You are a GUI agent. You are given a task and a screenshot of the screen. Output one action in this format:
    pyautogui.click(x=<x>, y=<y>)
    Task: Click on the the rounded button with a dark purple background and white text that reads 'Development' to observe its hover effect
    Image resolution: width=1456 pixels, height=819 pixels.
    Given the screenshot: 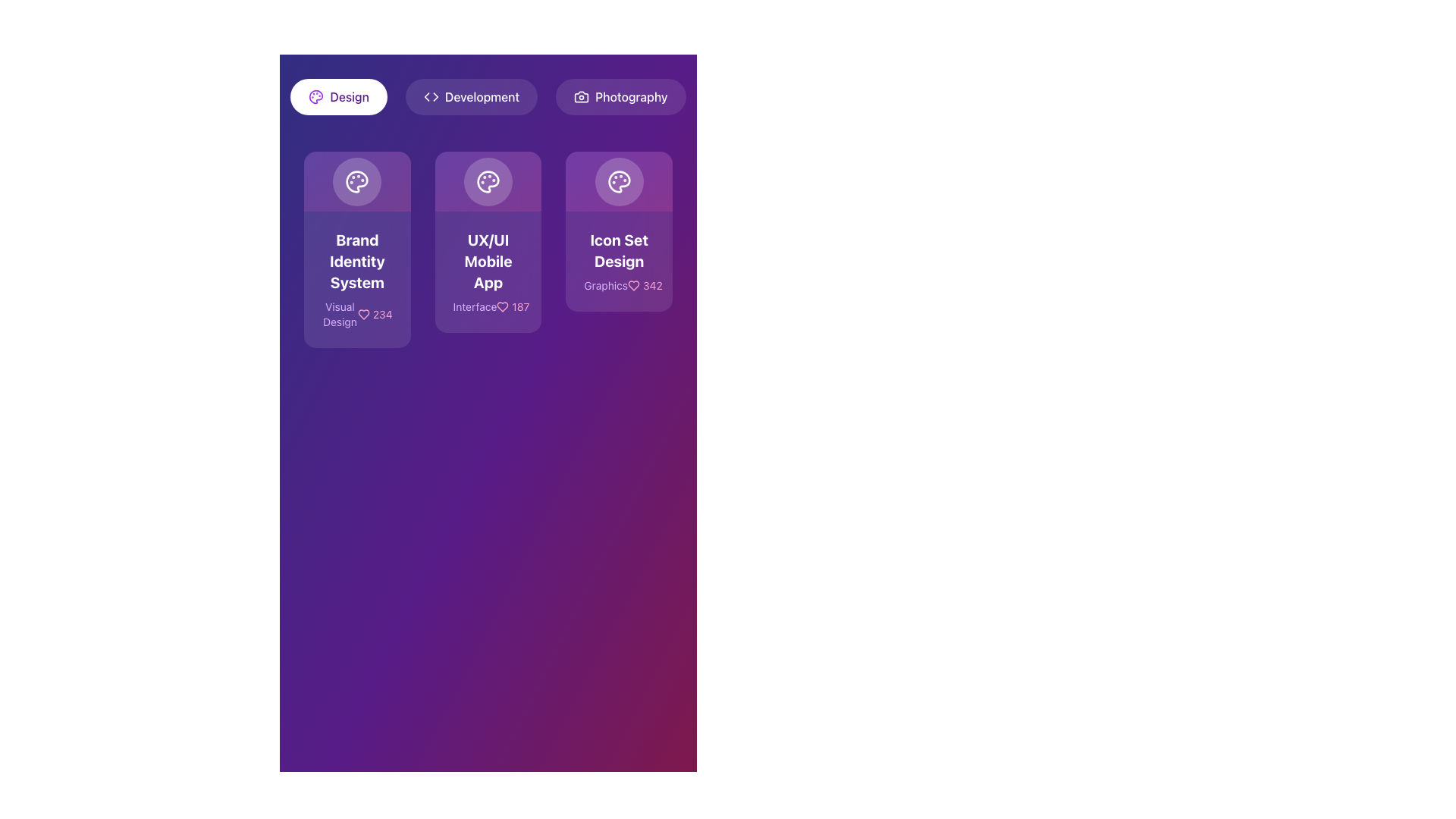 What is the action you would take?
    pyautogui.click(x=471, y=96)
    